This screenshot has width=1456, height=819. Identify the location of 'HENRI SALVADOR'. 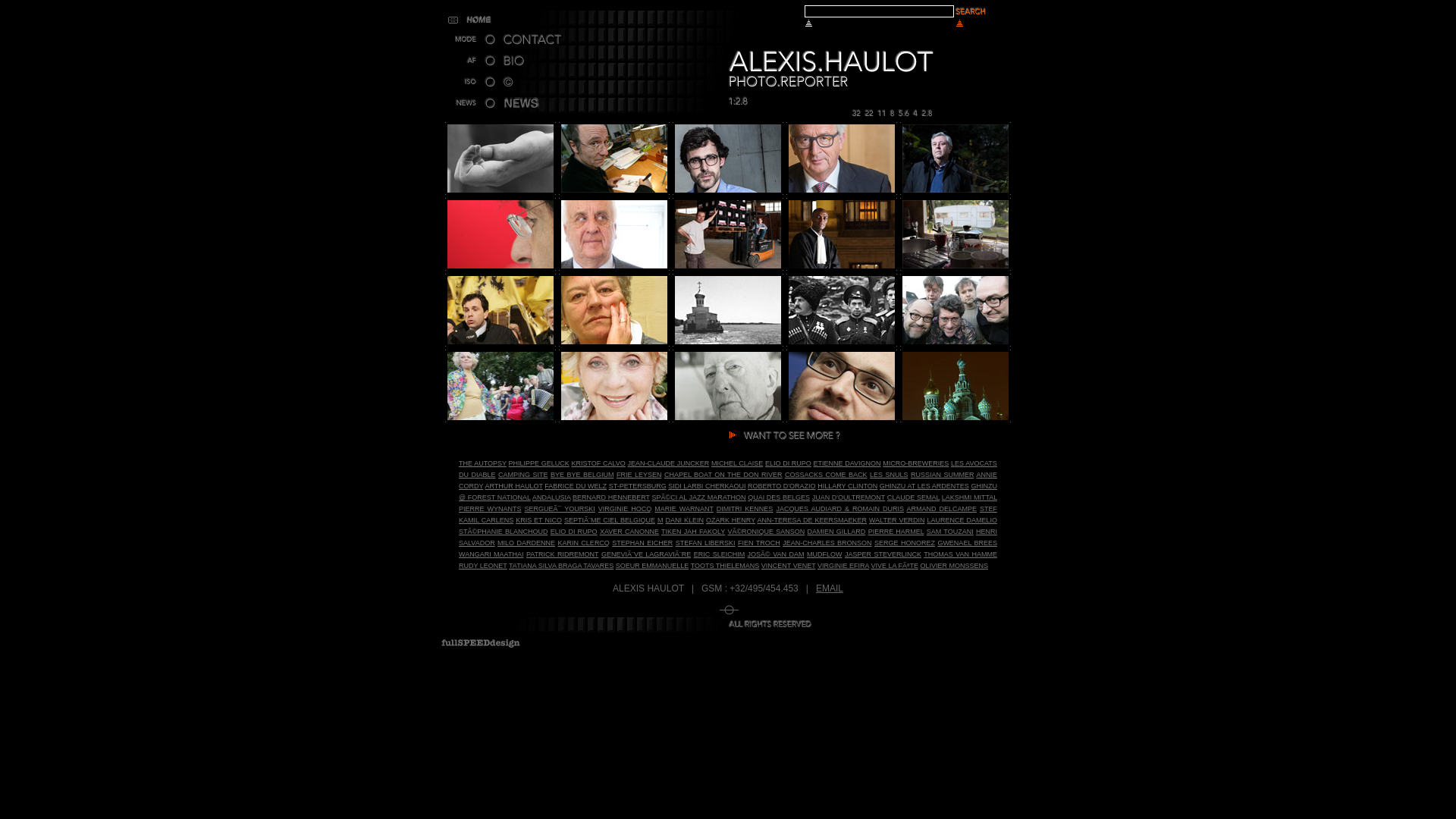
(728, 536).